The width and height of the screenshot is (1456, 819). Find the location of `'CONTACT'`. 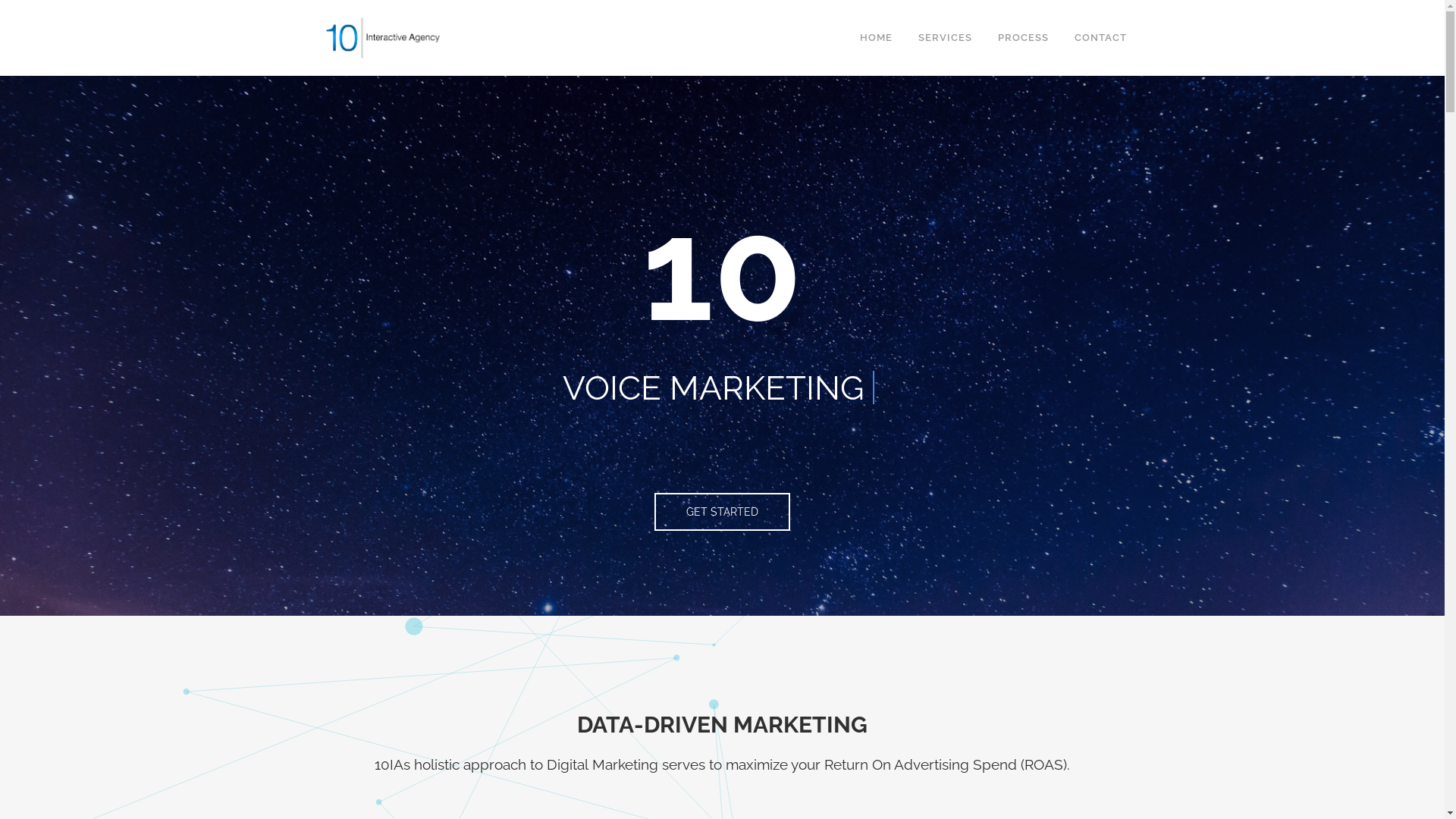

'CONTACT' is located at coordinates (1061, 37).